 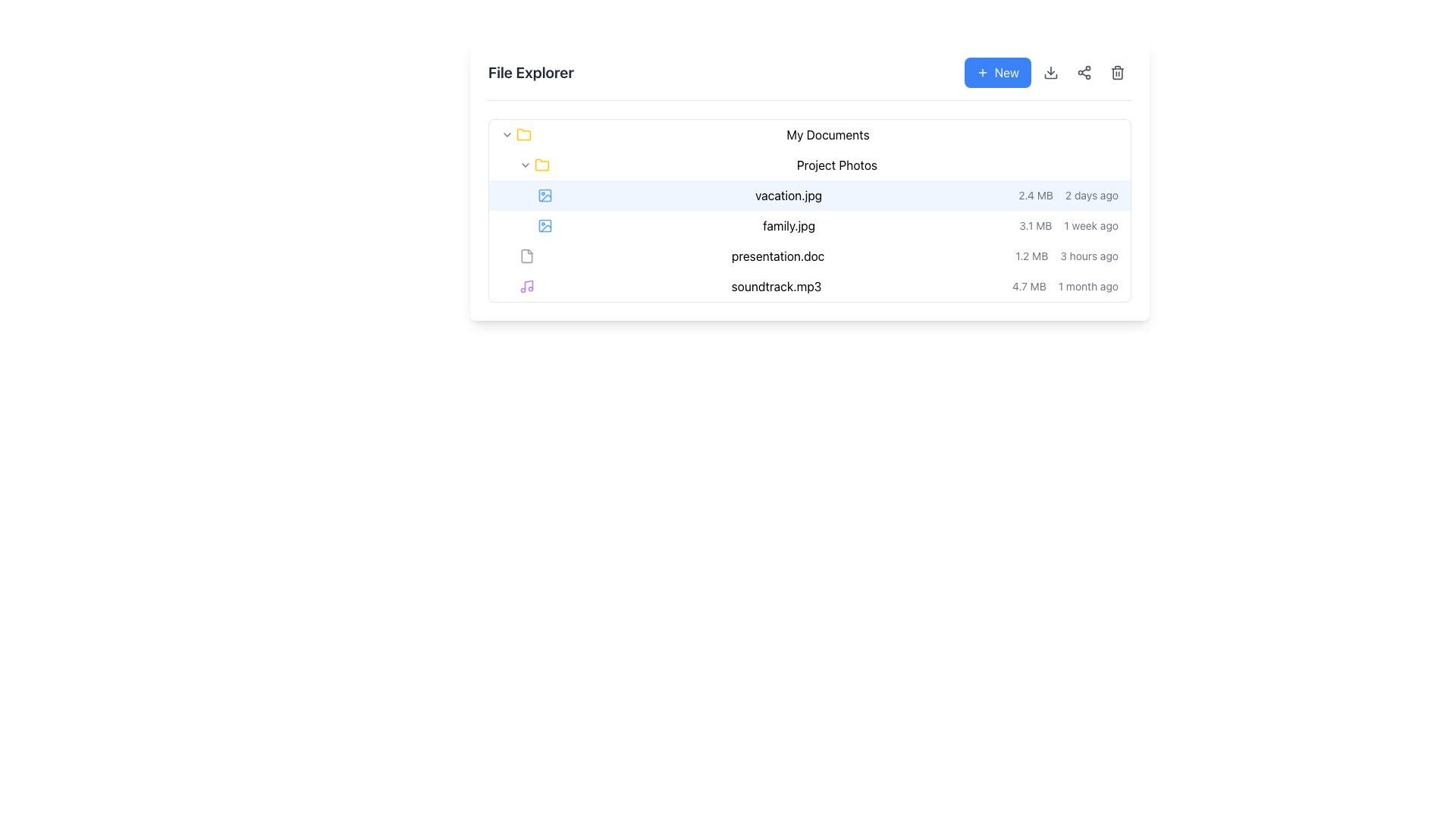 I want to click on the static text display that shows the file size '1.2 MB' located to the right of 'presentation.doc' and to the left of the timestamp '3 hours ago', so click(x=1031, y=256).